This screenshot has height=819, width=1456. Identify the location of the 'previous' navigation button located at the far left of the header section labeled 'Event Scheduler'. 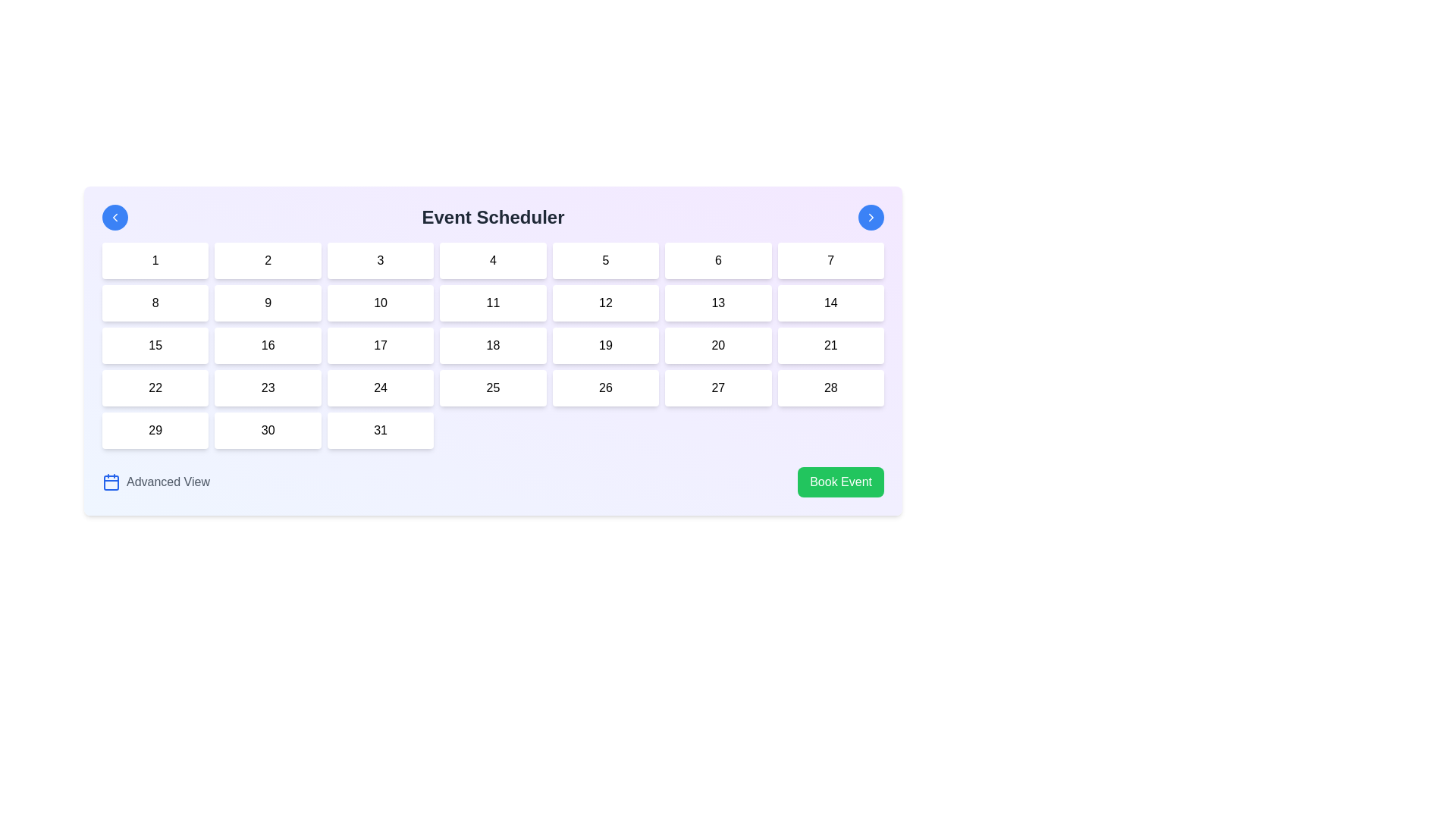
(115, 217).